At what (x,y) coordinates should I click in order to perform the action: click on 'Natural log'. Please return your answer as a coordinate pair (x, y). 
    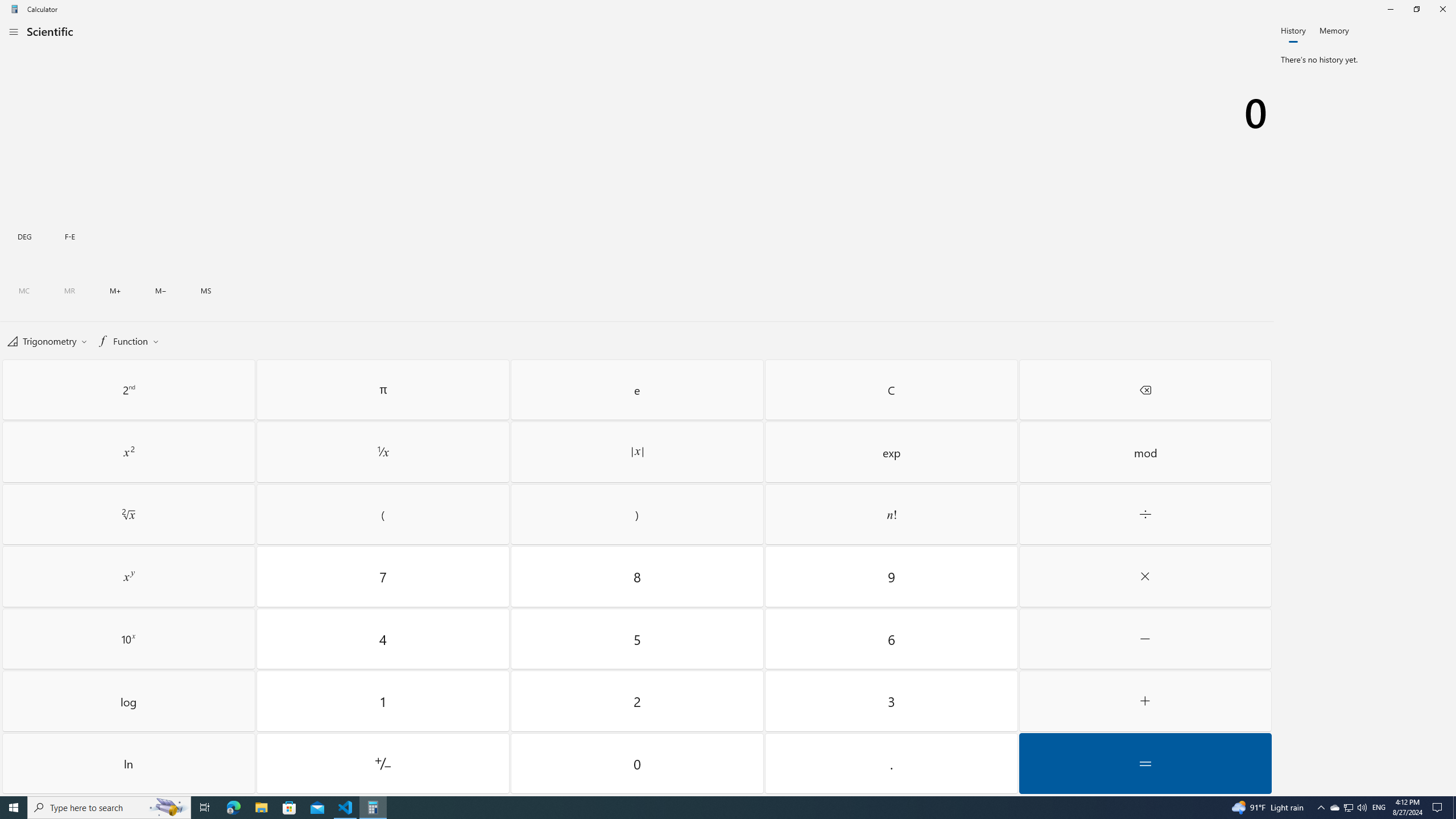
    Looking at the image, I should click on (128, 763).